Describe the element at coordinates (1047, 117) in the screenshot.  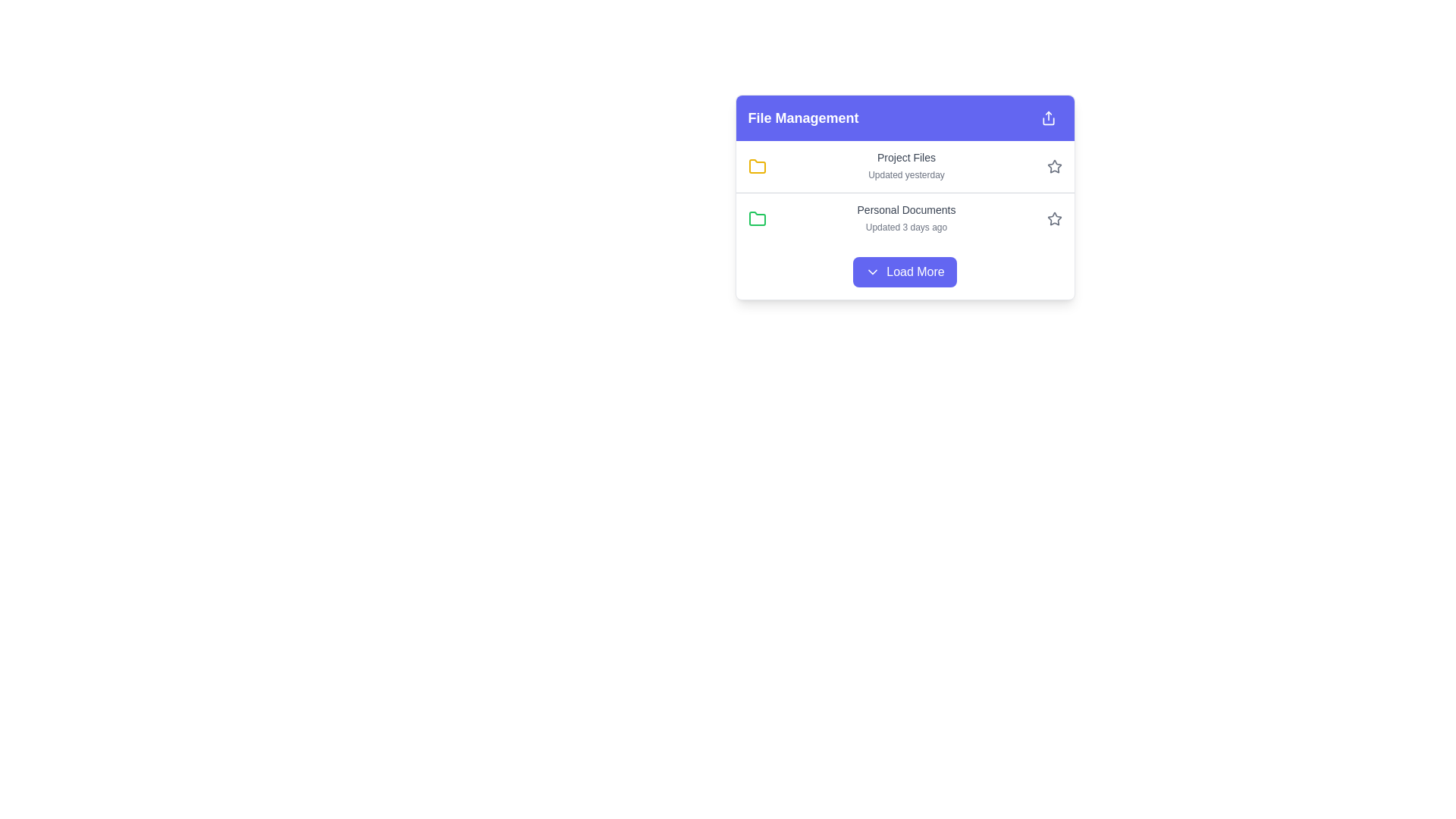
I see `the share icon located in the top-right corner of the File Management panel` at that location.